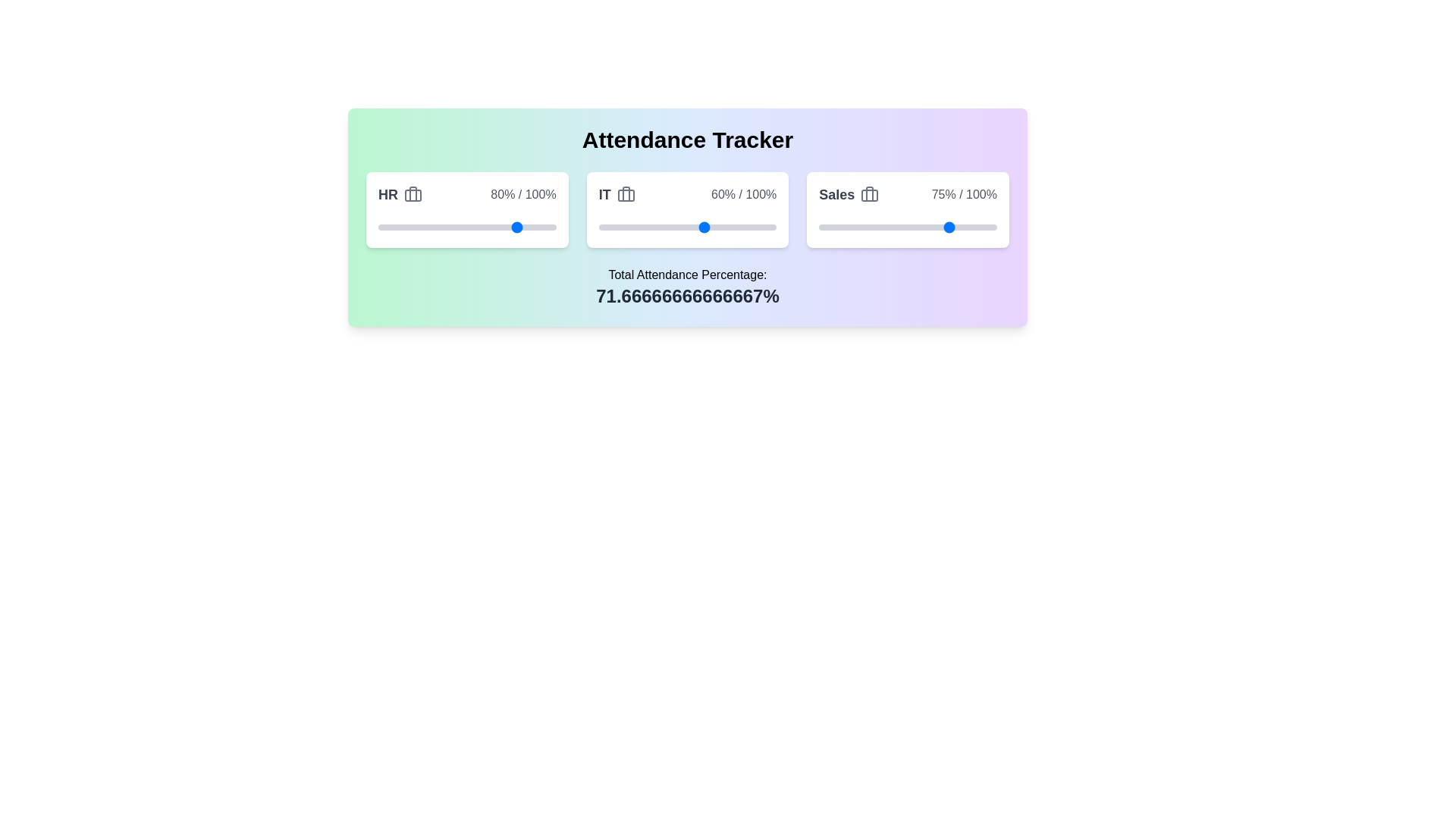 Image resolution: width=1456 pixels, height=819 pixels. I want to click on the read-only Text Display element that shows the total attendance percentage, positioned below the HR, IT, and Sales sections, so click(687, 287).